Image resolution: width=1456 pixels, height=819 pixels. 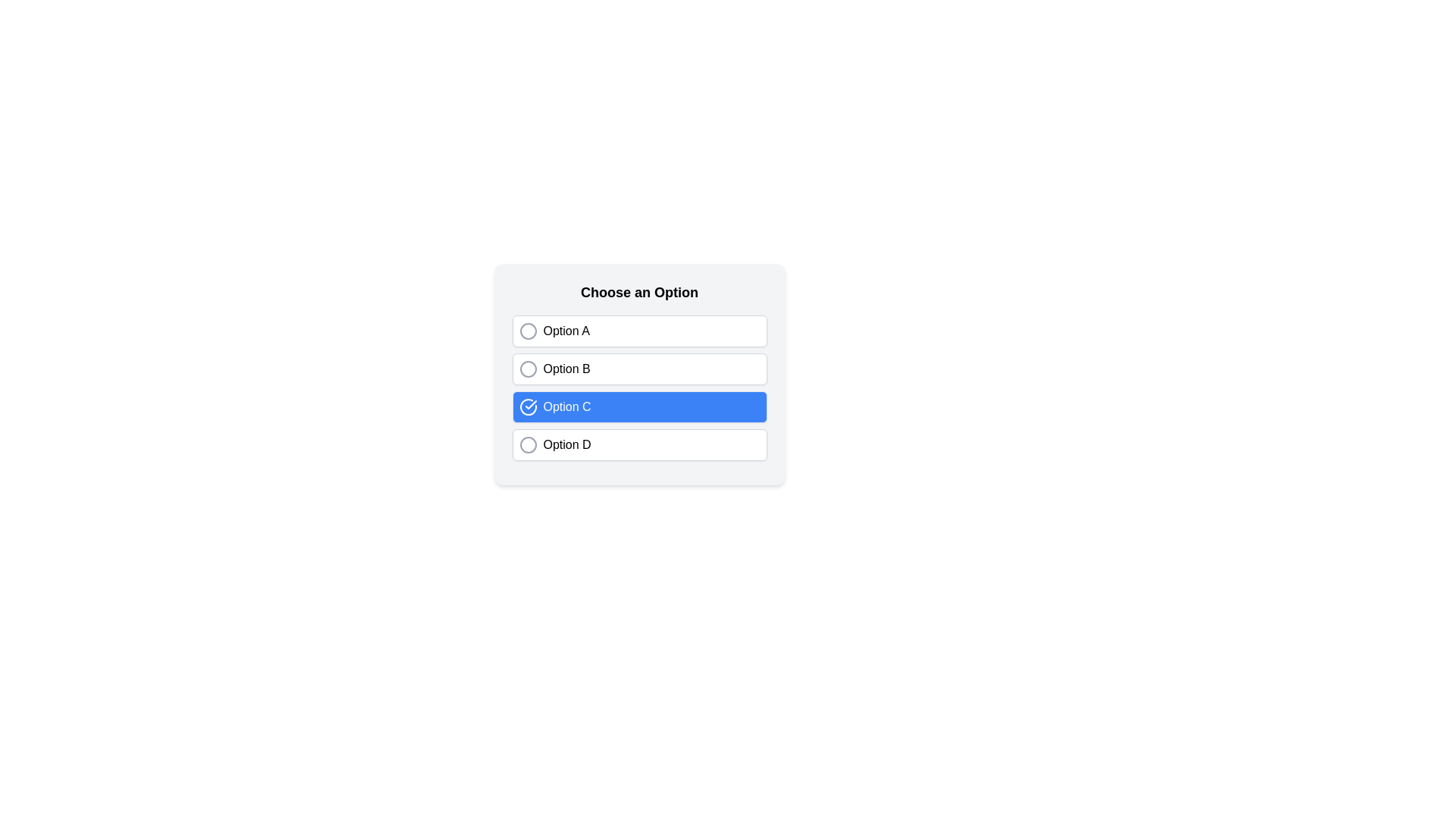 What do you see at coordinates (639, 330) in the screenshot?
I see `the first radio button option labeled under 'Choose an Option'` at bounding box center [639, 330].